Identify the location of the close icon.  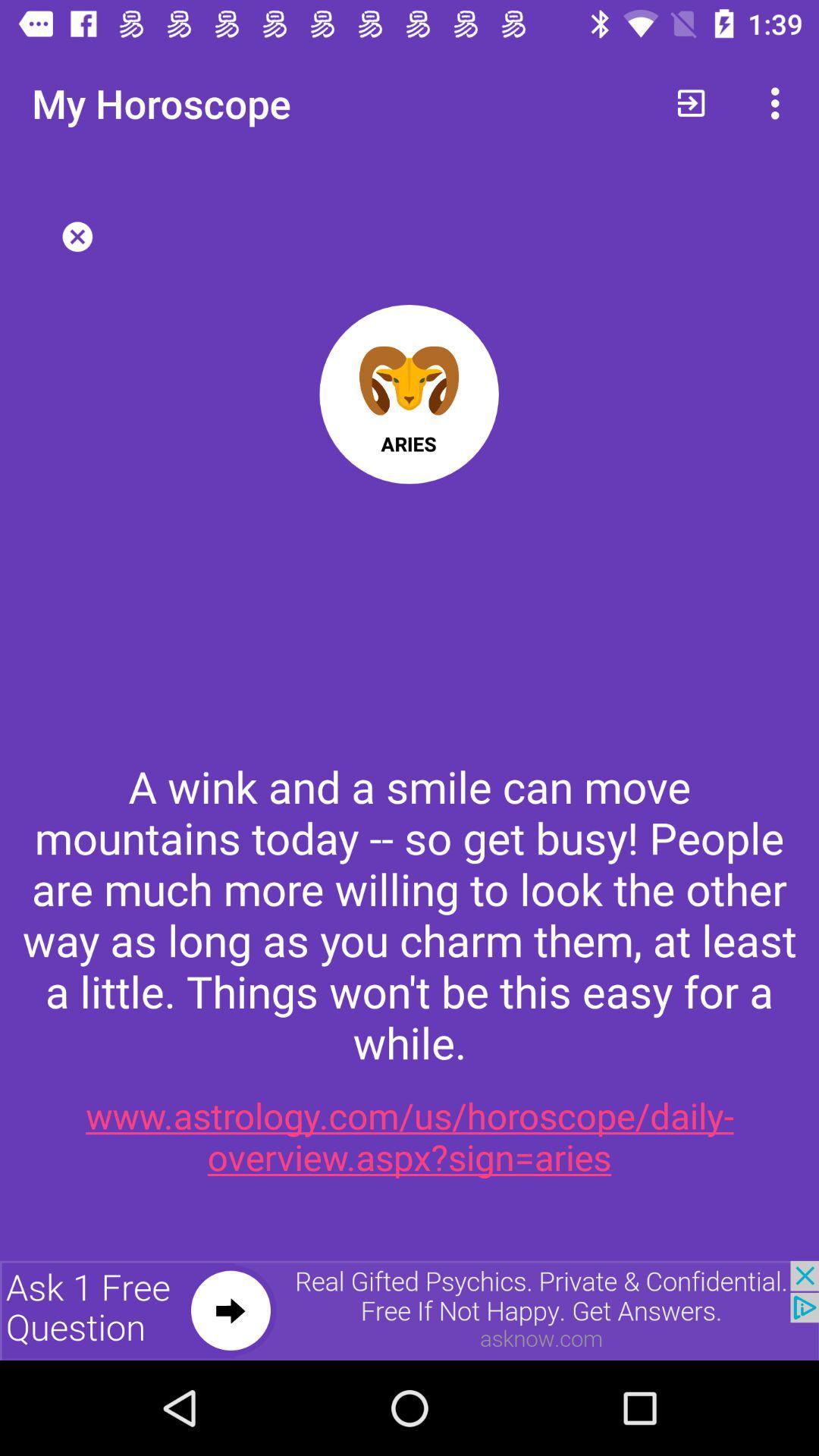
(77, 236).